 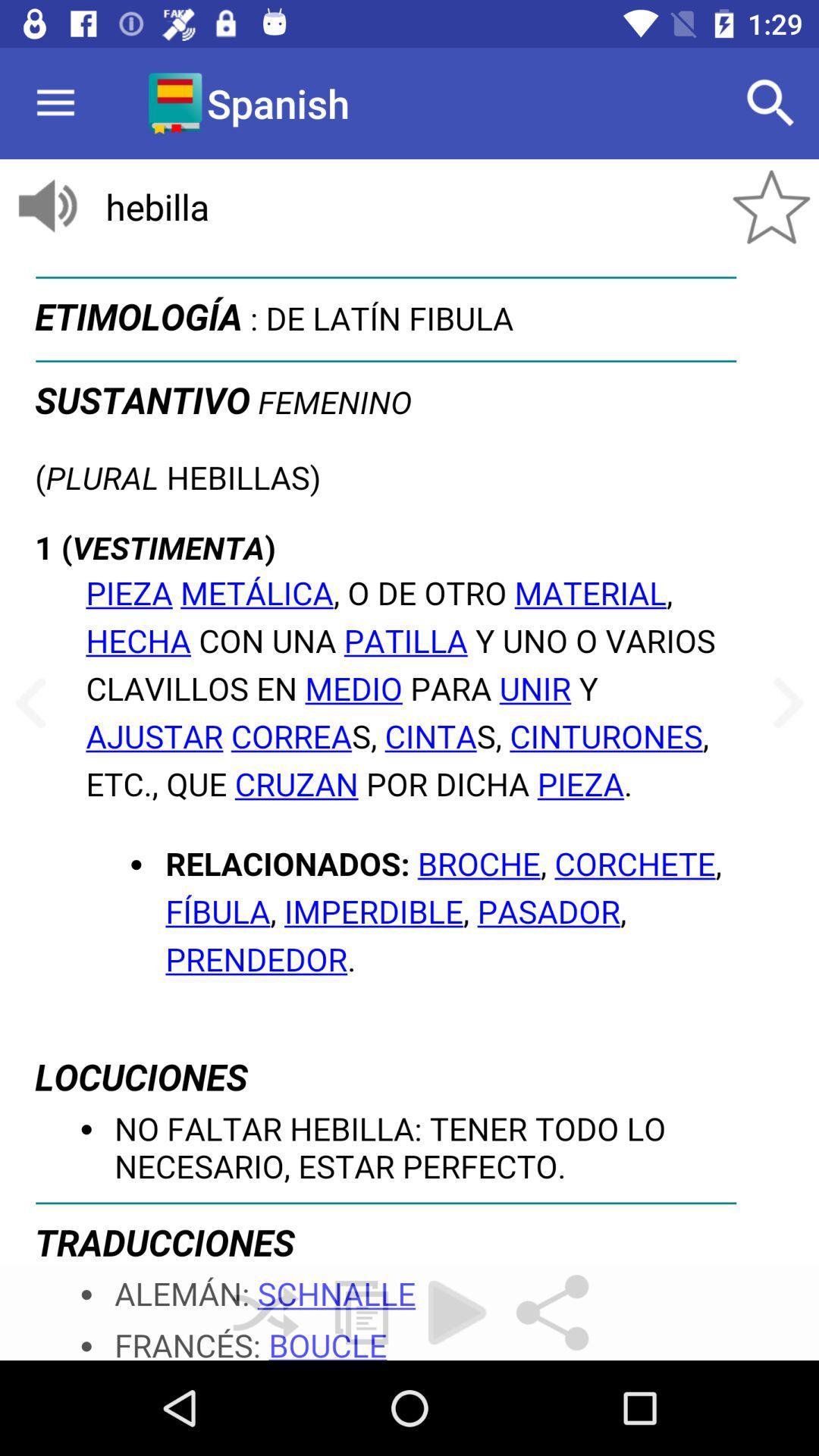 What do you see at coordinates (46, 206) in the screenshot?
I see `the volume icon` at bounding box center [46, 206].